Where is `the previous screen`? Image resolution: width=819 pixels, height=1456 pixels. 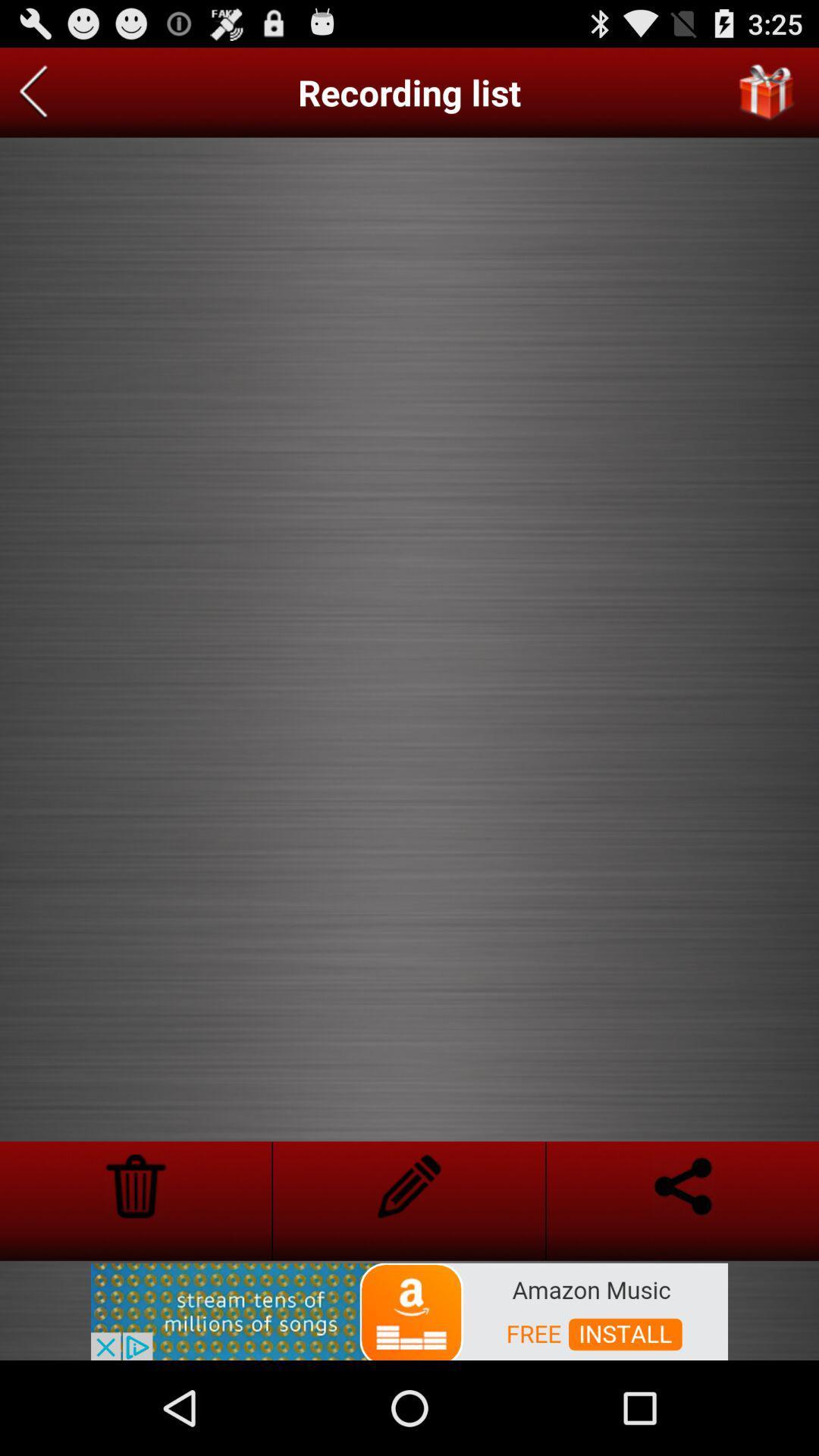
the previous screen is located at coordinates (33, 92).